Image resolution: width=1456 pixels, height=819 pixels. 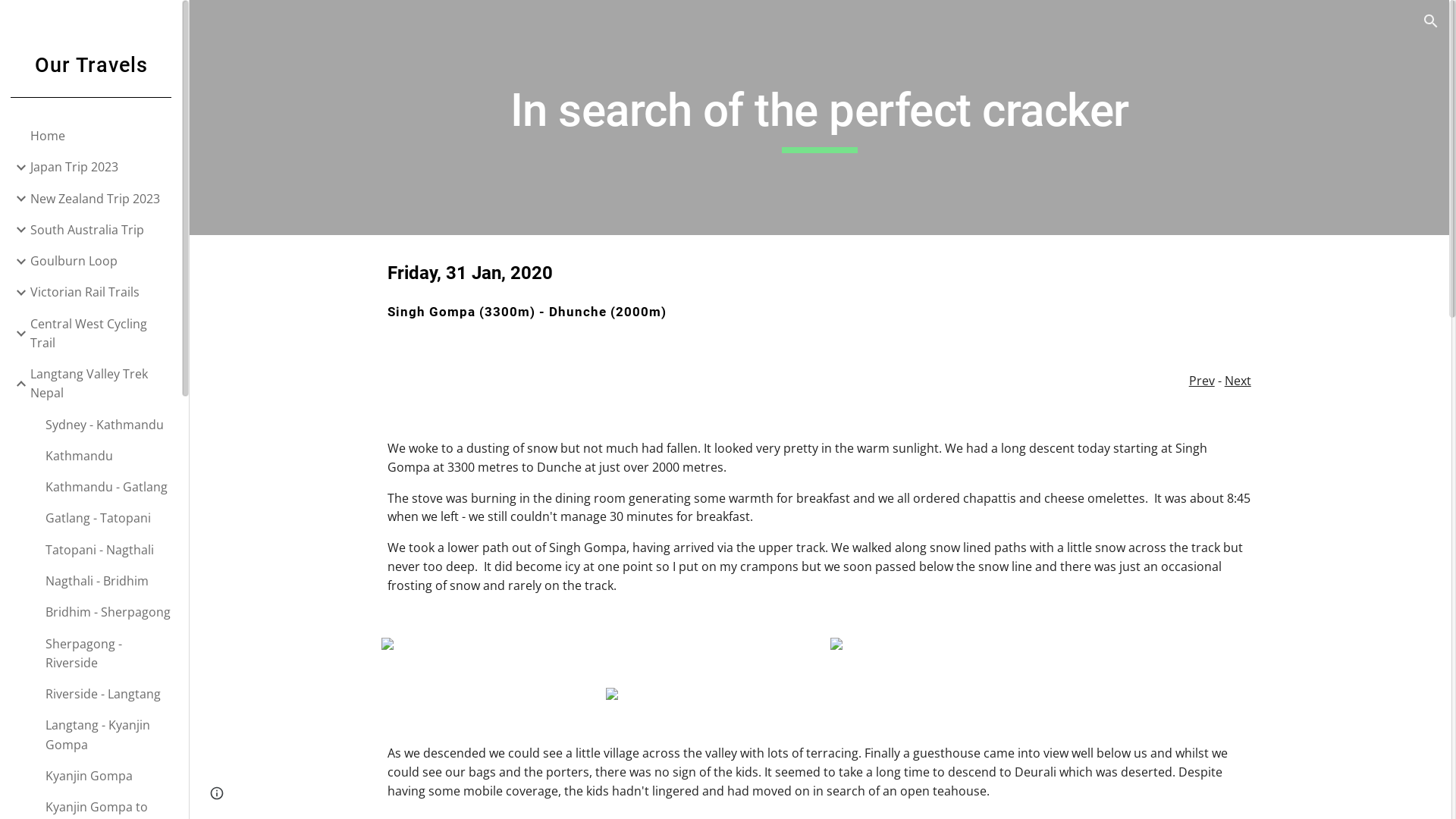 What do you see at coordinates (17, 260) in the screenshot?
I see `'Expand/Collapse'` at bounding box center [17, 260].